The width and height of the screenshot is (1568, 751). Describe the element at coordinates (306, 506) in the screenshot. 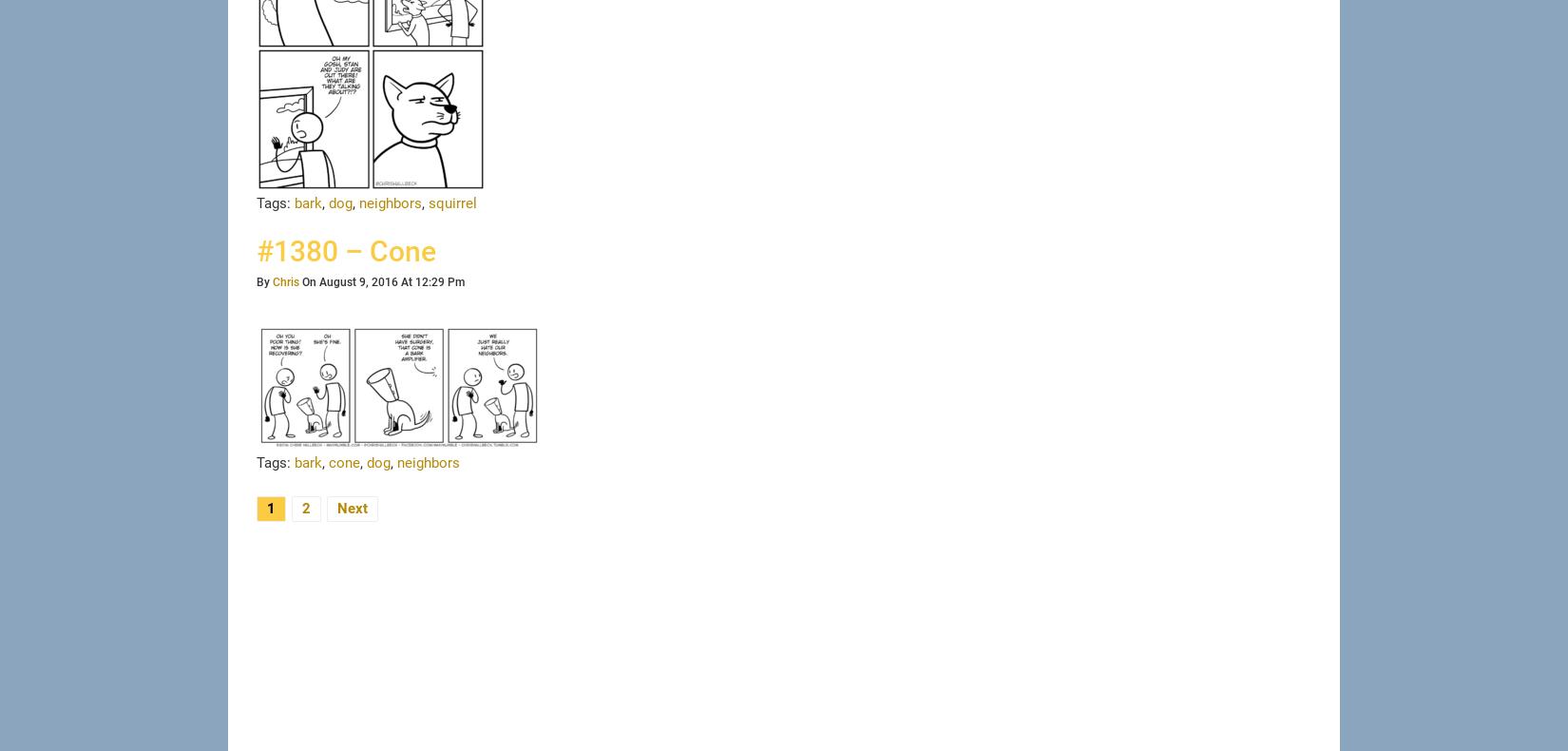

I see `'2'` at that location.